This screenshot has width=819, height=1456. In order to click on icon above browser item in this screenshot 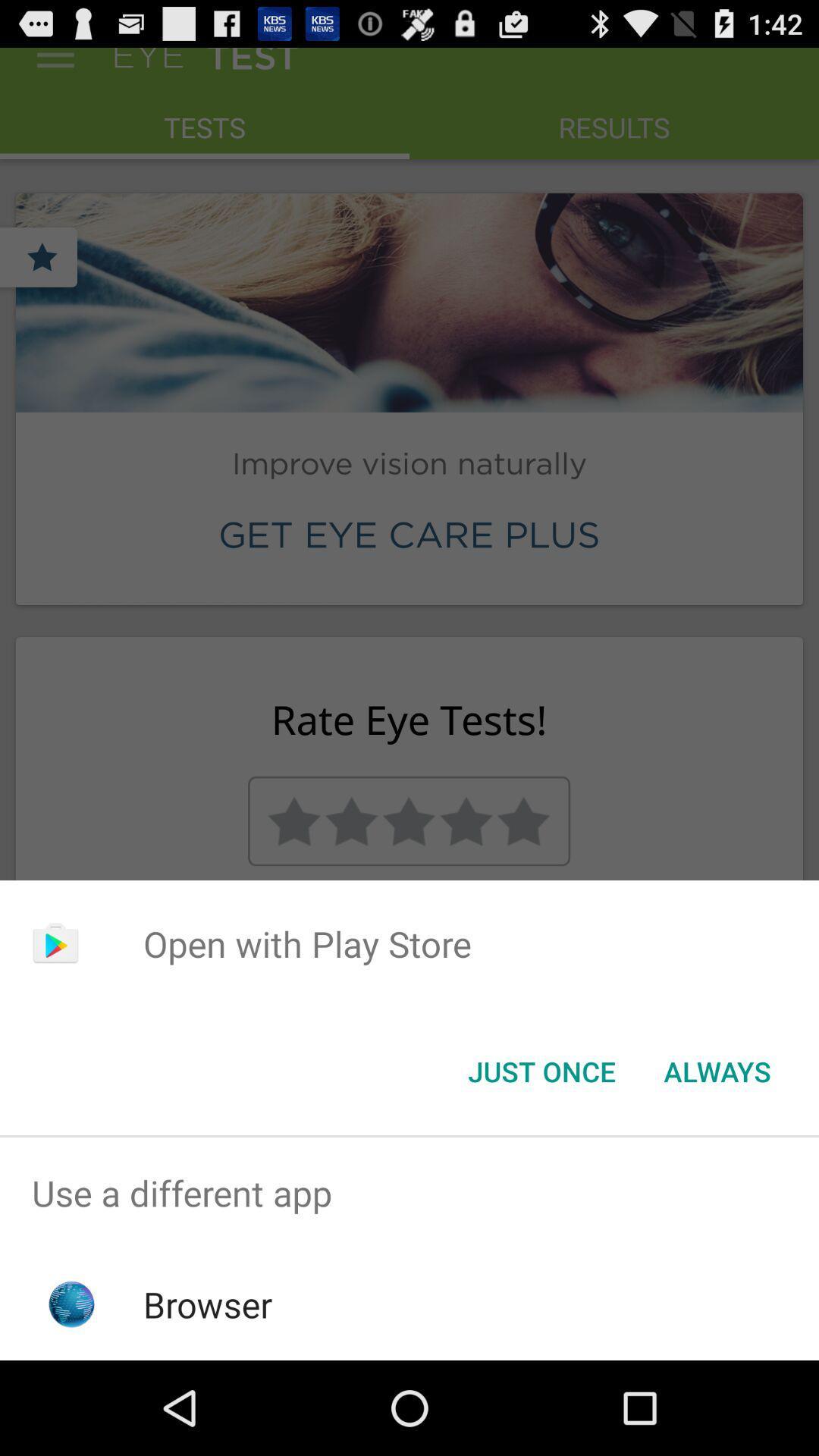, I will do `click(409, 1192)`.